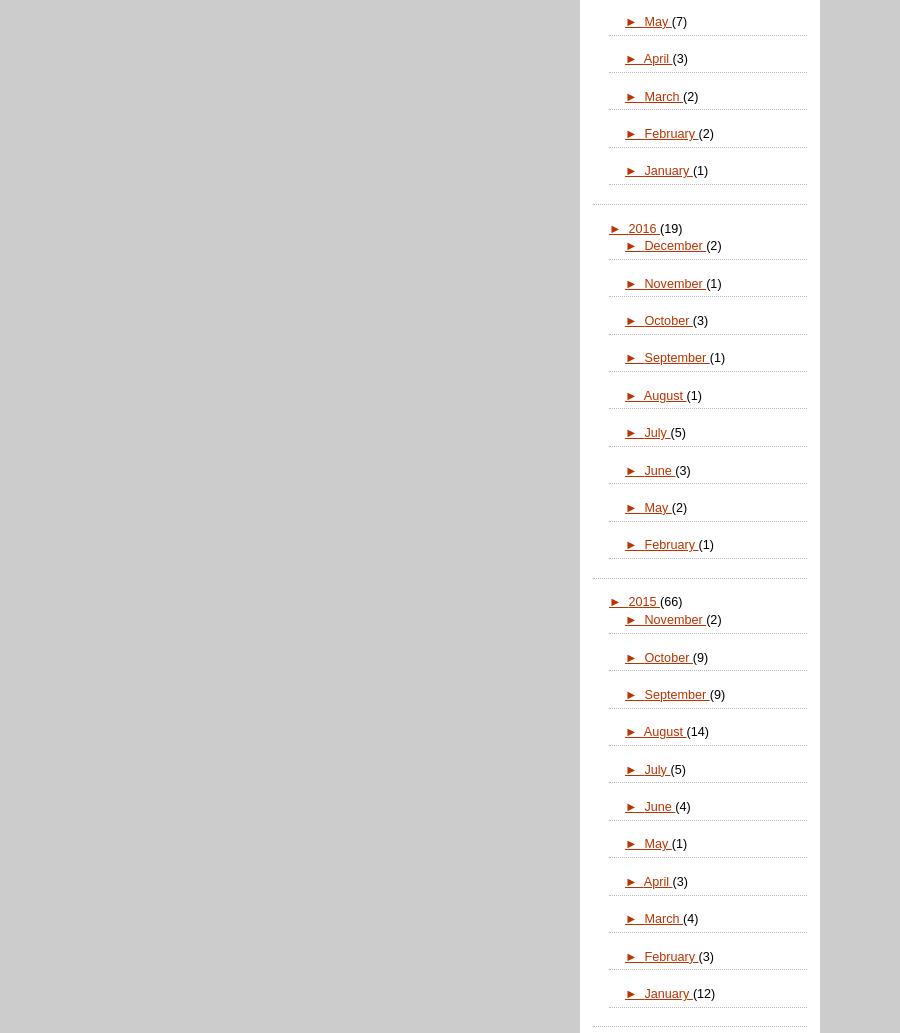 The image size is (900, 1033). I want to click on '(12)', so click(691, 992).